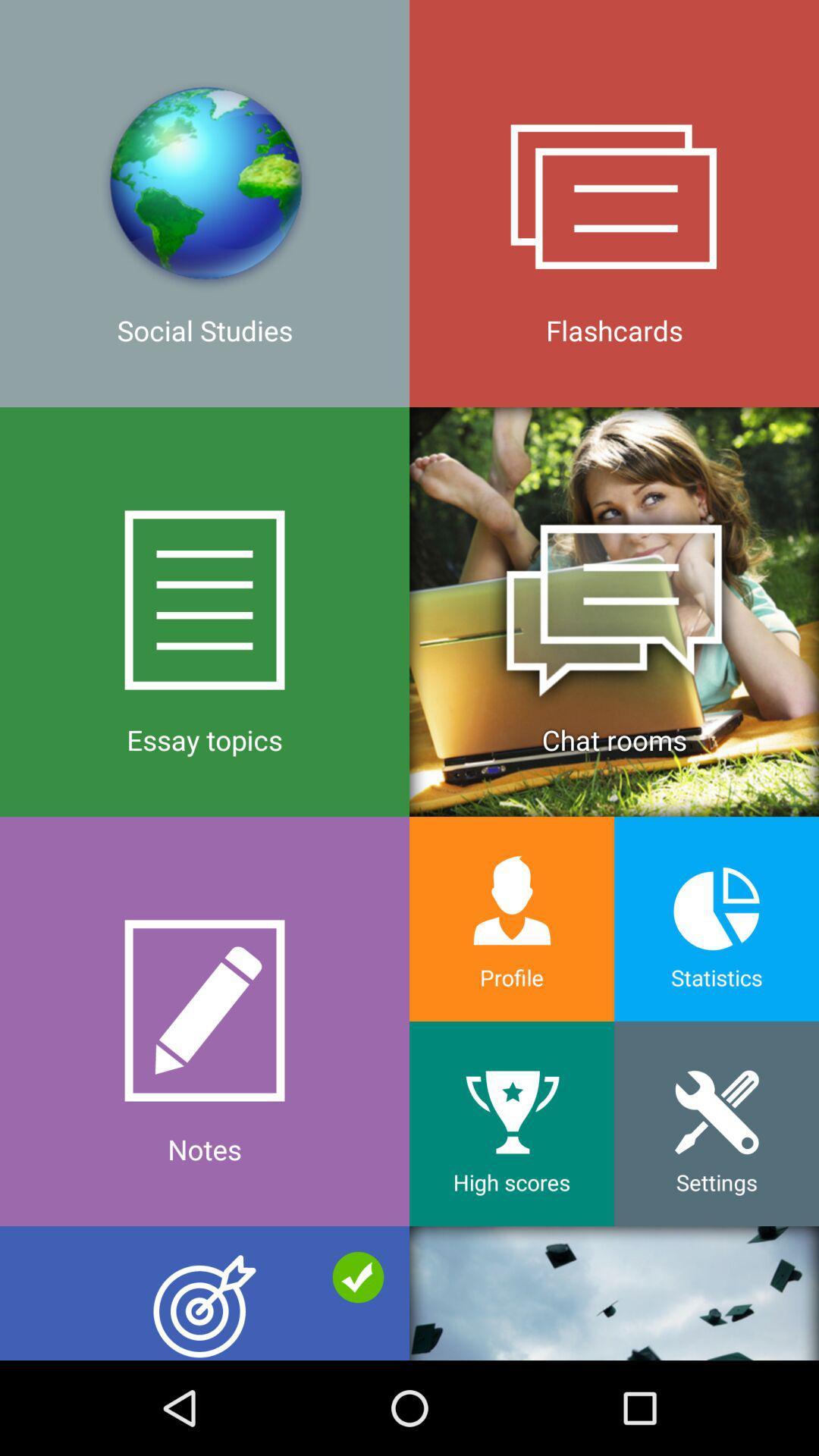 The image size is (819, 1456). I want to click on item next to high scores, so click(205, 1292).